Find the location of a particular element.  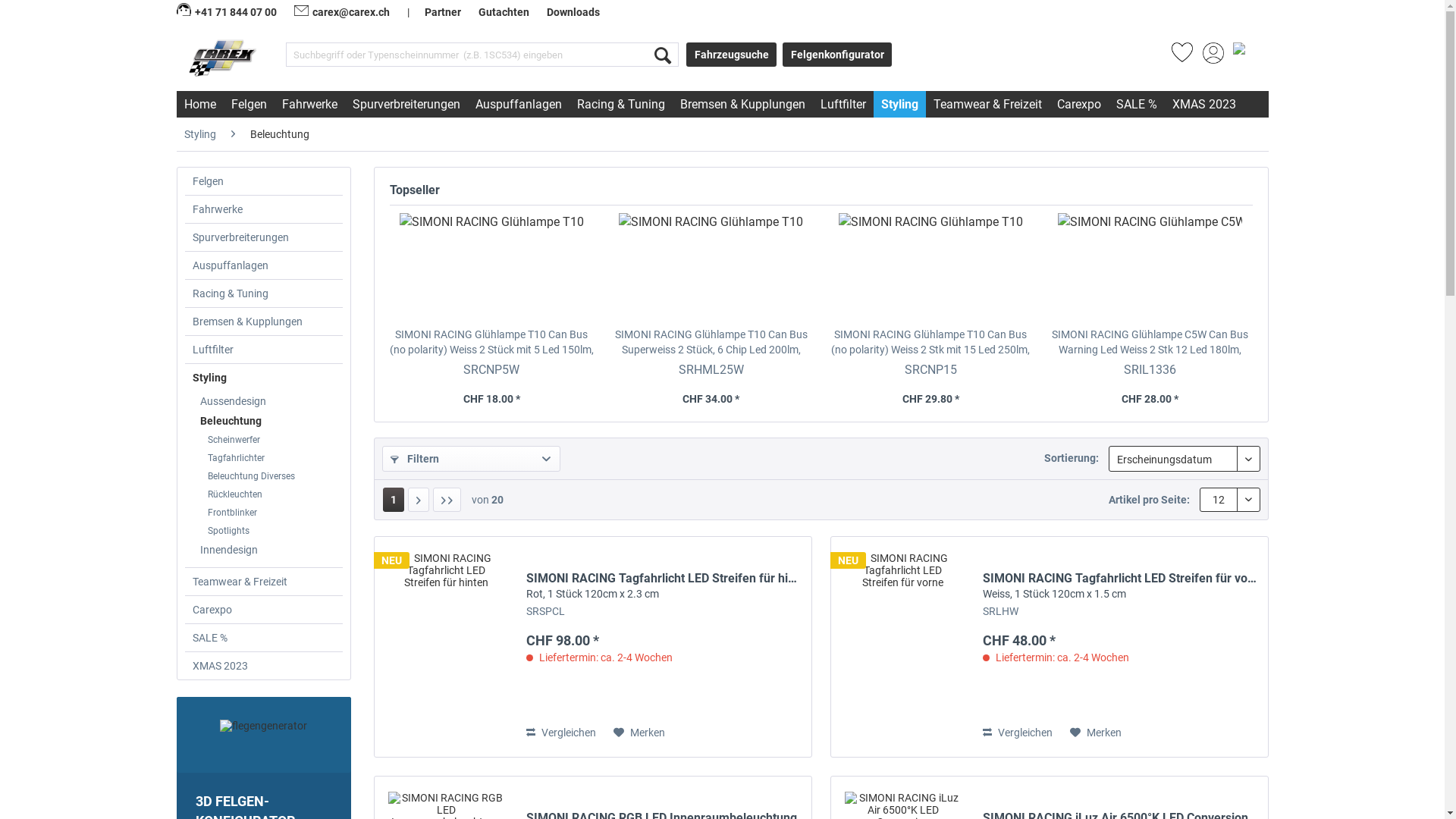

'XMAS 2023' is located at coordinates (263, 665).